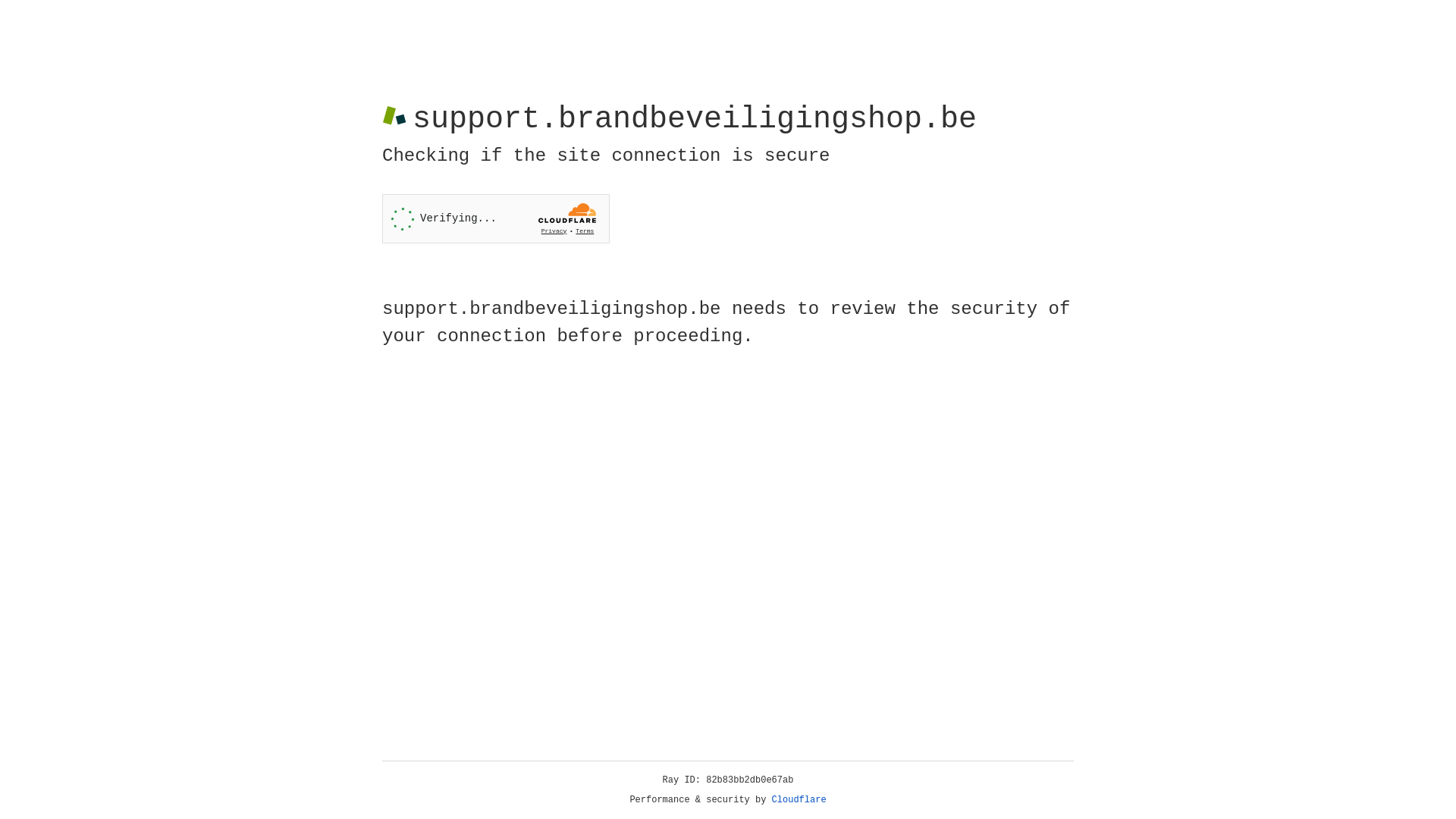 The image size is (1456, 819). What do you see at coordinates (771, 799) in the screenshot?
I see `'Cloudflare'` at bounding box center [771, 799].